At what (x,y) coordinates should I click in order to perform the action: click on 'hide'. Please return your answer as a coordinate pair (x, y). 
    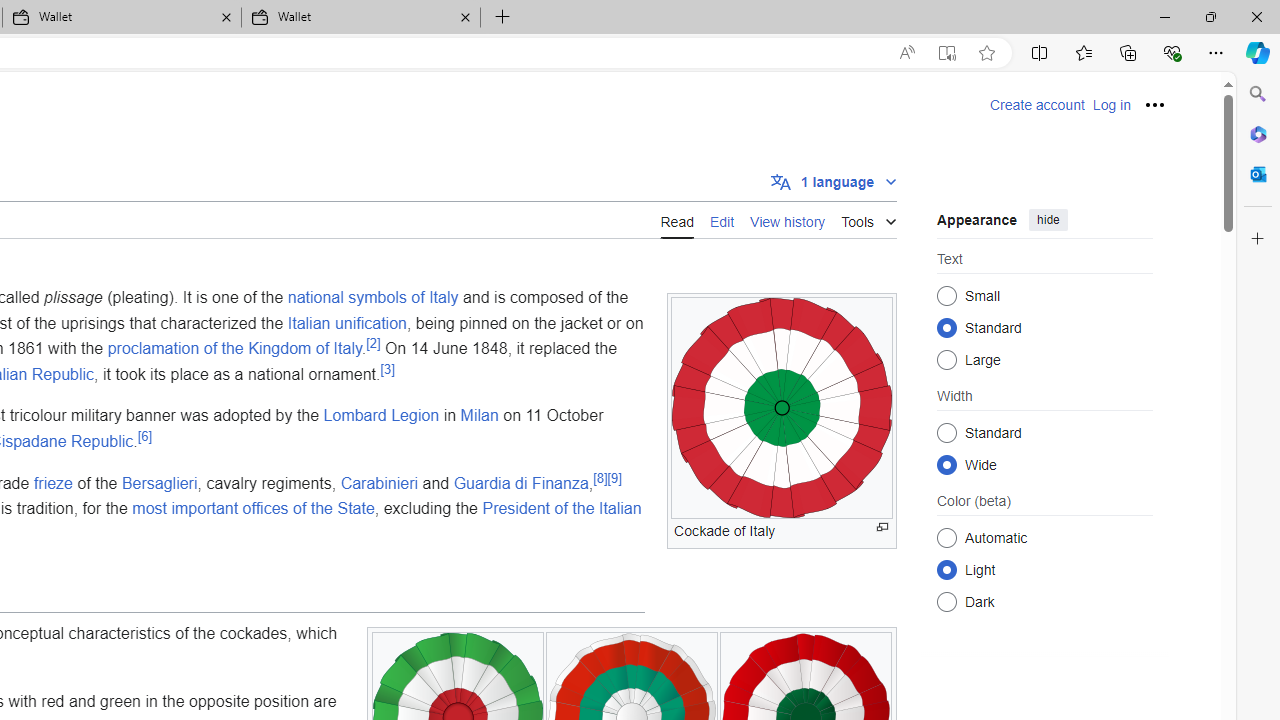
    Looking at the image, I should click on (1047, 219).